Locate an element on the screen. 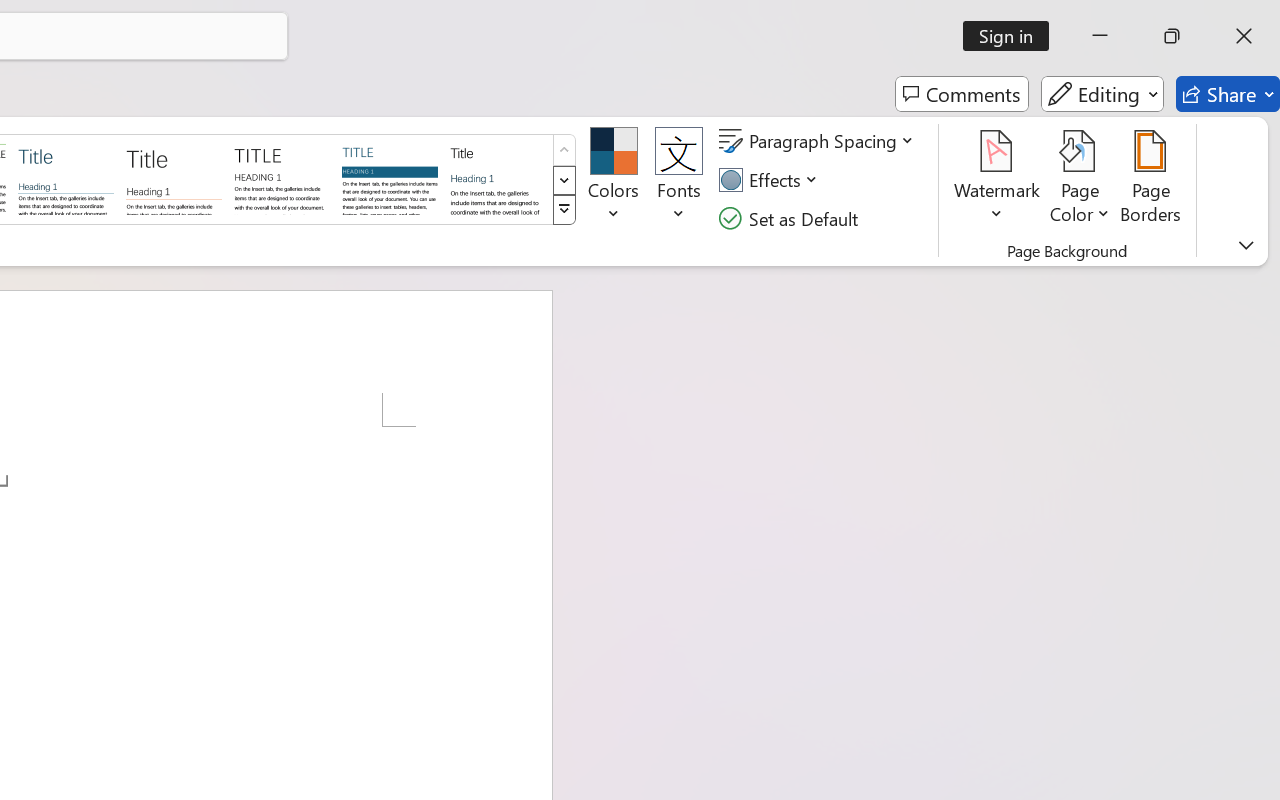 The height and width of the screenshot is (800, 1280). 'Editing' is located at coordinates (1101, 94).